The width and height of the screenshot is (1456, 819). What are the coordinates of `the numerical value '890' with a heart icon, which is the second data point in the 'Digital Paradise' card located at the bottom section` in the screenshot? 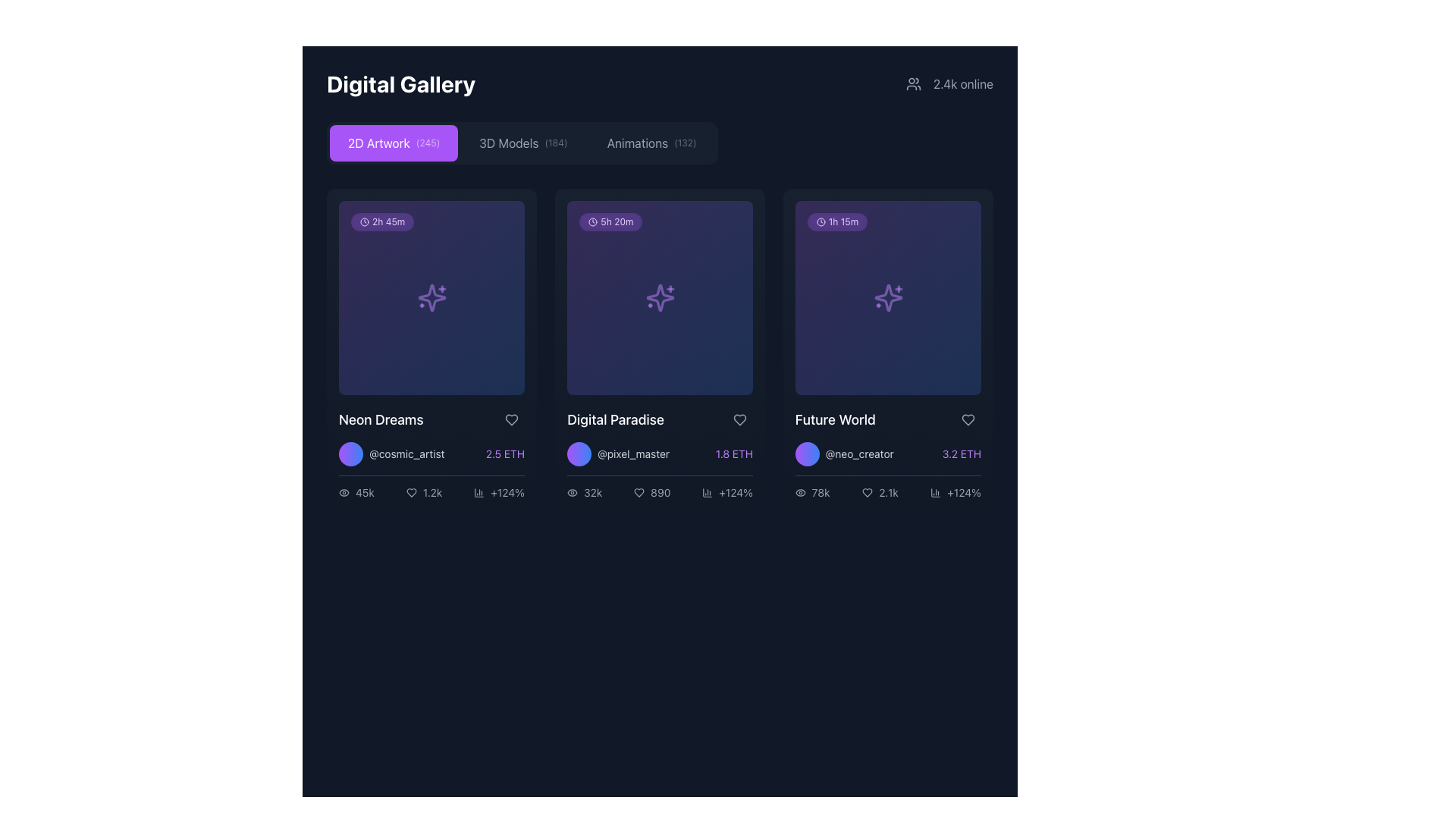 It's located at (660, 488).